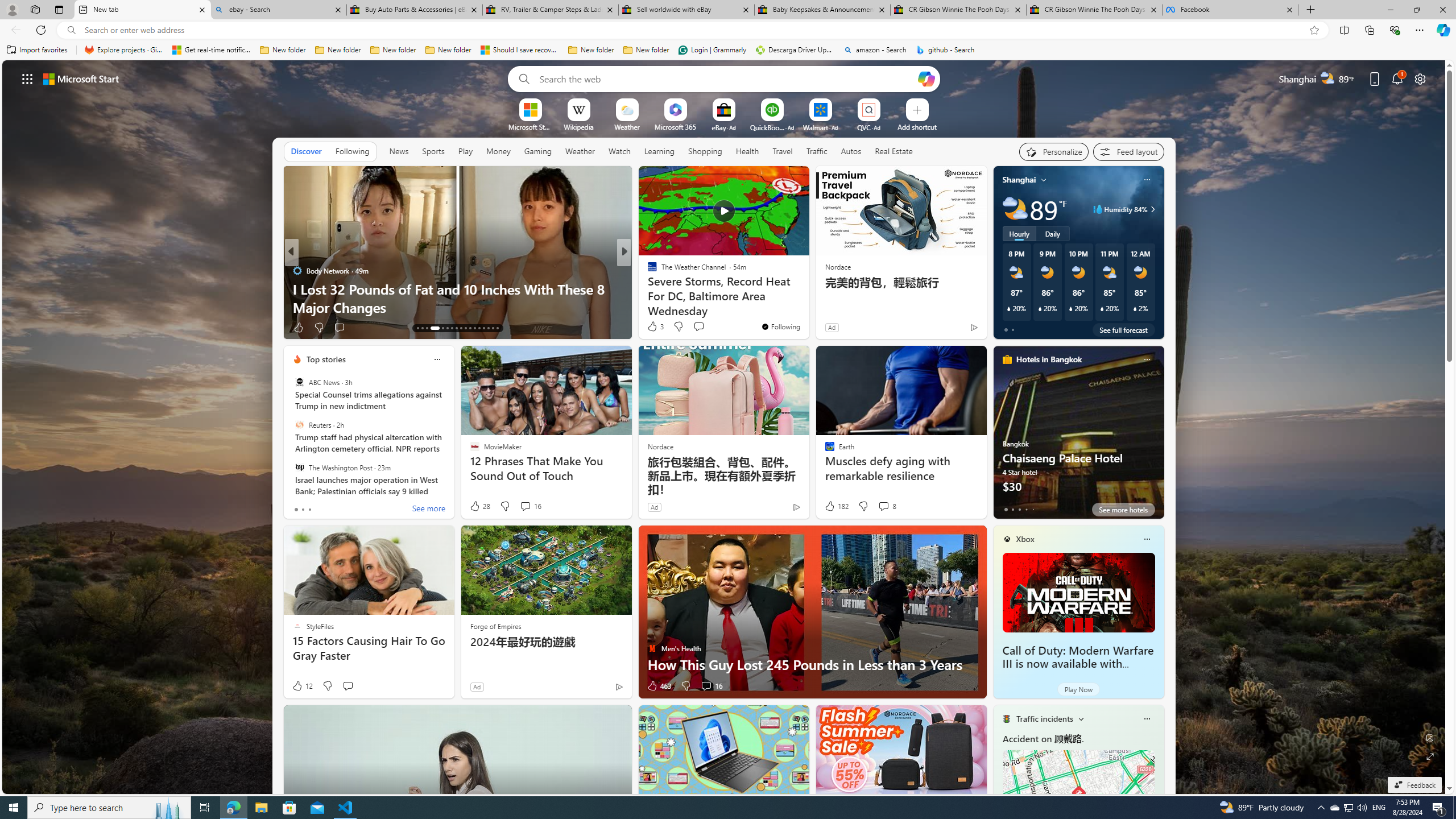 The image size is (1456, 819). Describe the element at coordinates (348, 686) in the screenshot. I see `'Start the conversation'` at that location.